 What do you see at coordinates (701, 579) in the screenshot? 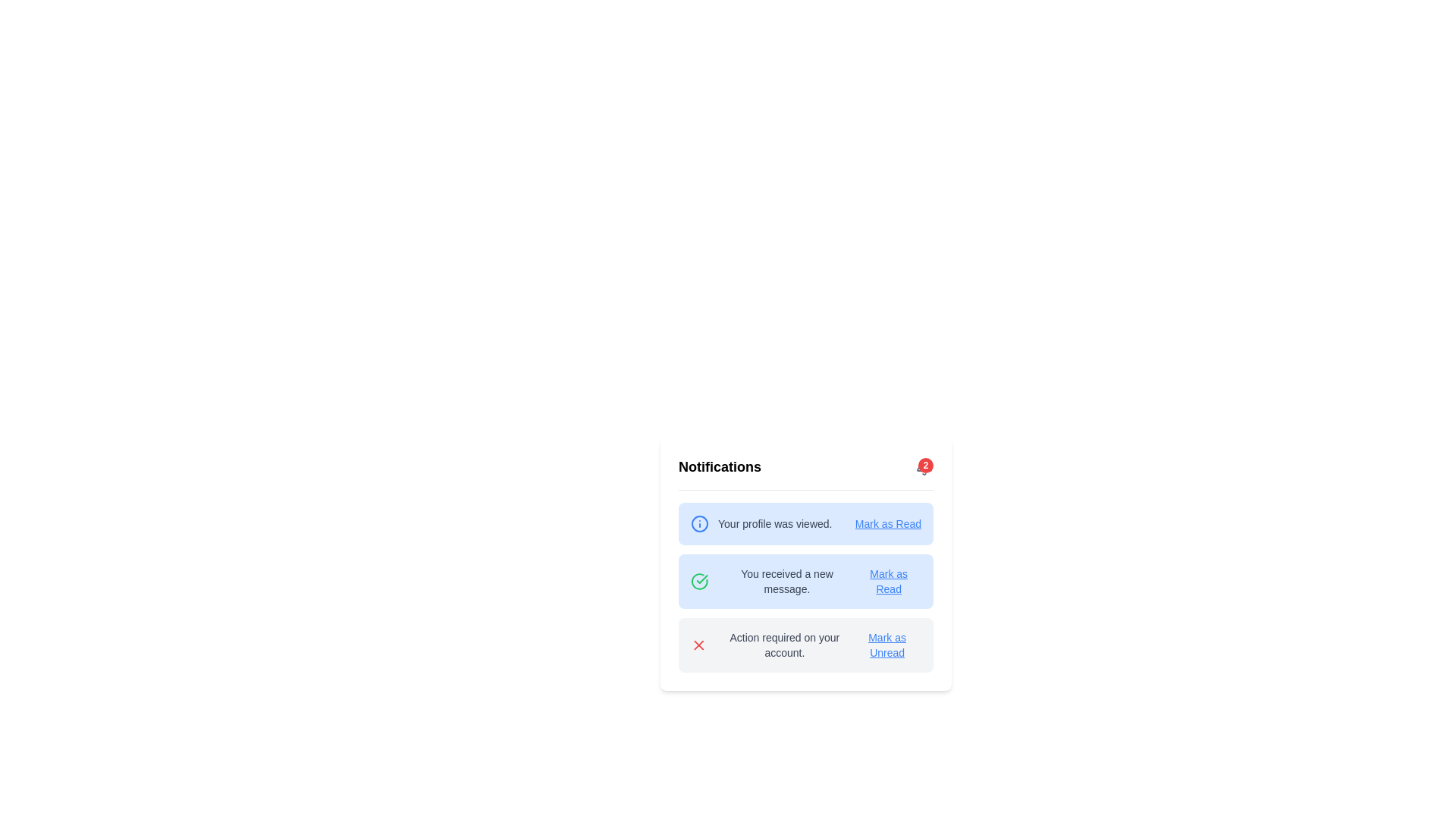
I see `the green checkmark icon within a circular frame, which is part of the notification UI element` at bounding box center [701, 579].